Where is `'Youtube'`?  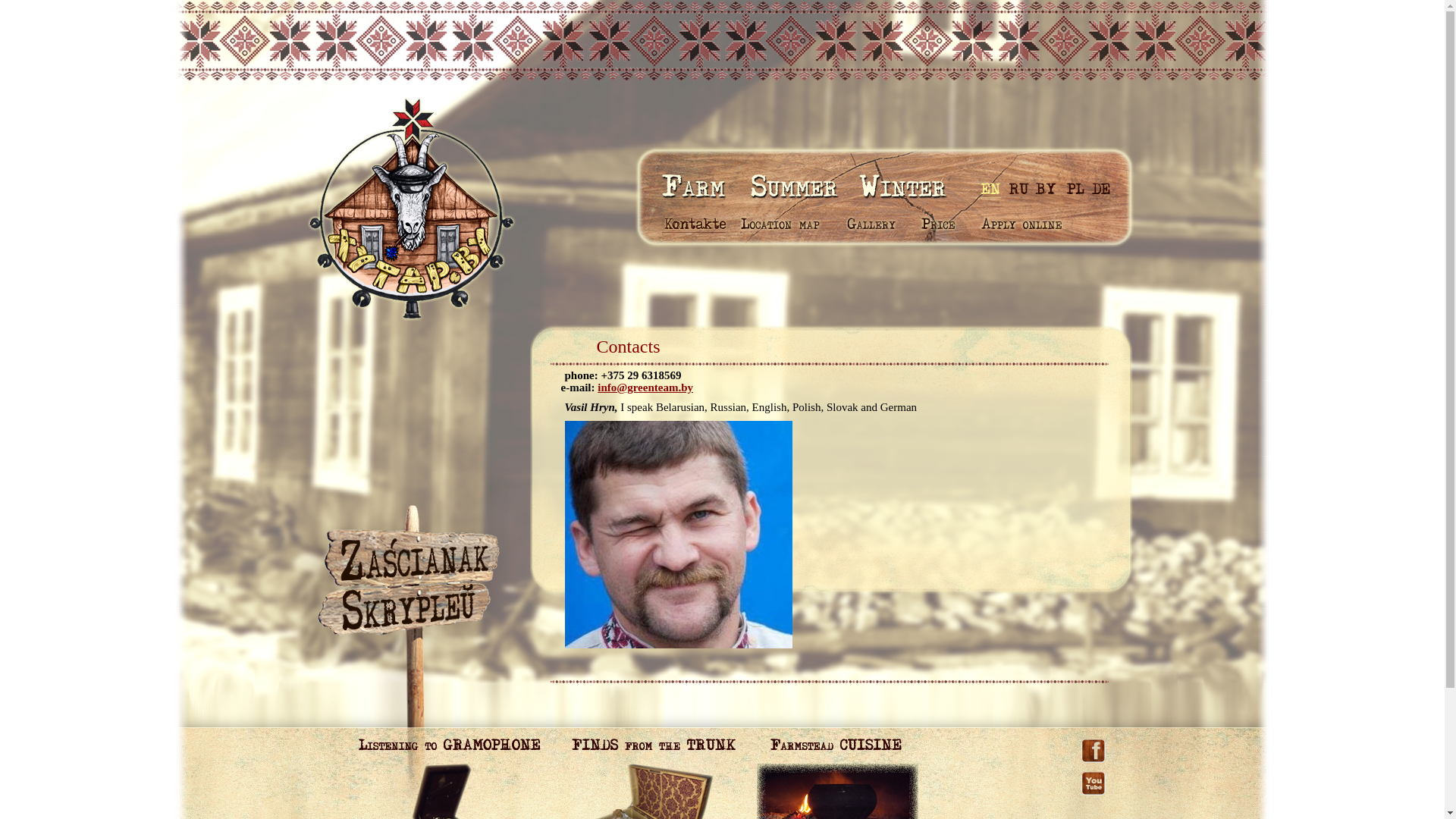 'Youtube' is located at coordinates (1080, 770).